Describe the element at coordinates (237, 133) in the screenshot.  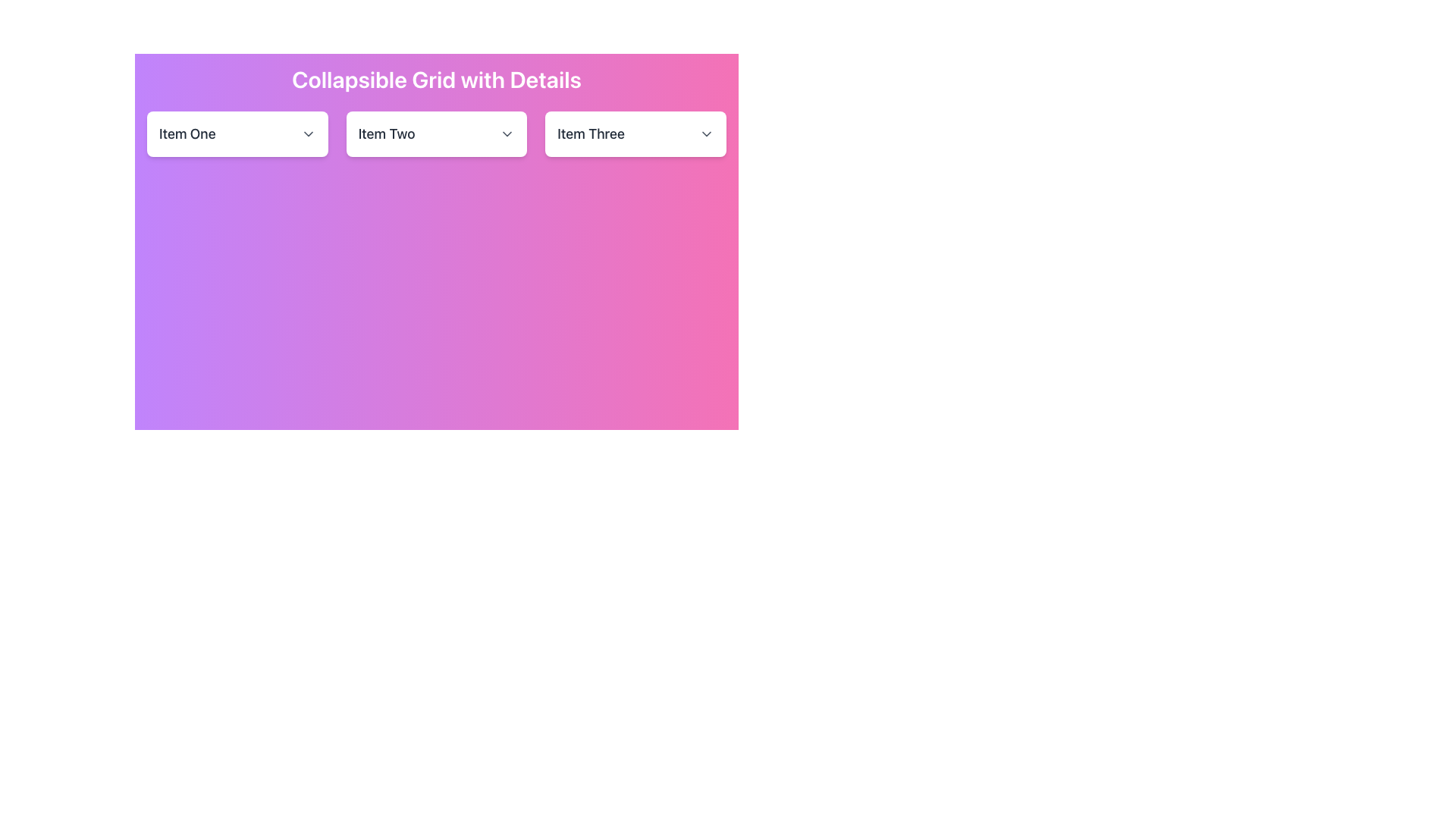
I see `the first card in the grid layout, which is an interactive entry point for 'Item One'` at that location.